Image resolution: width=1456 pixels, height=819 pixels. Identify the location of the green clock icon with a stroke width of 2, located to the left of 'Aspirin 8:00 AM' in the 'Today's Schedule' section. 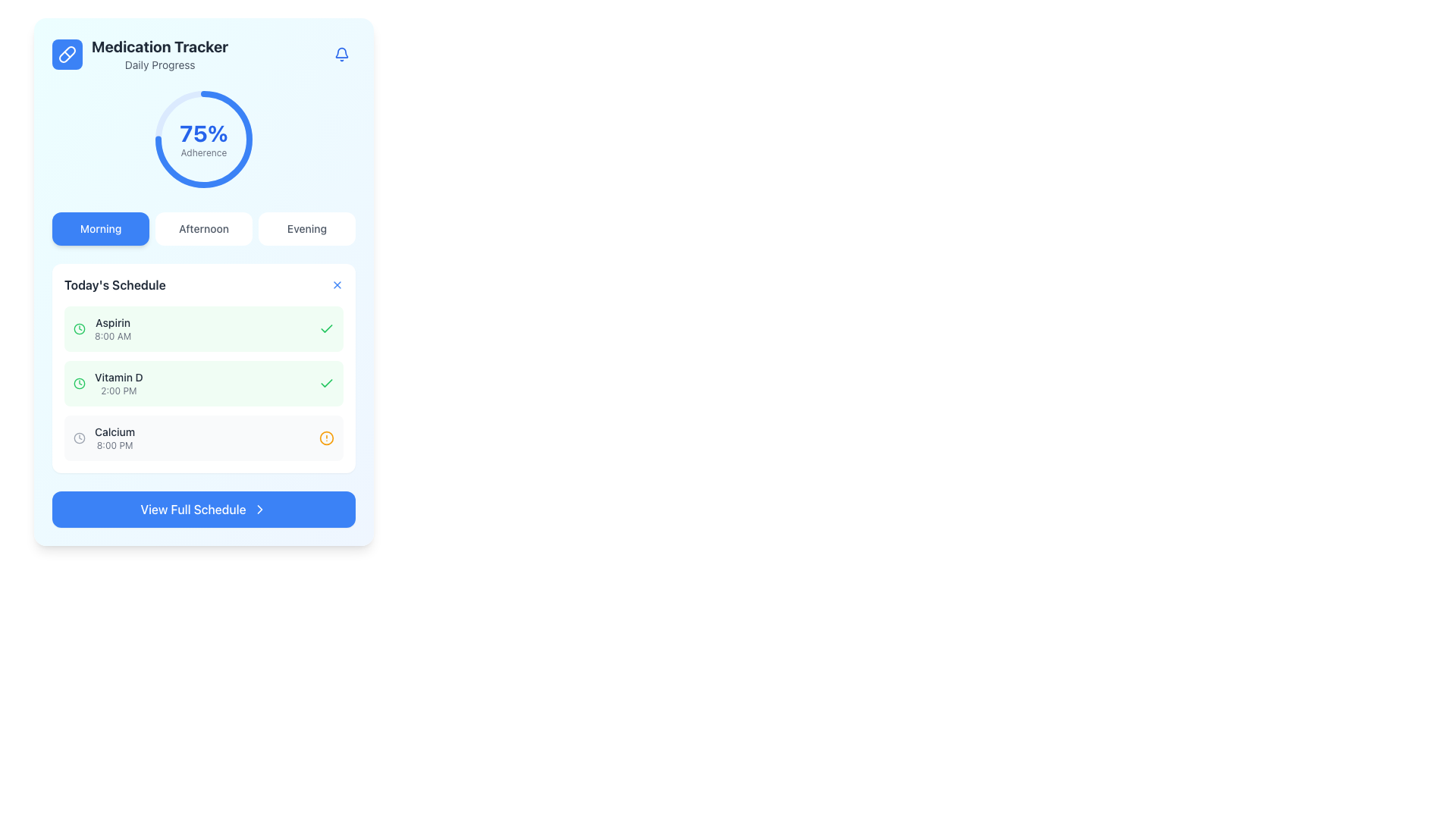
(79, 328).